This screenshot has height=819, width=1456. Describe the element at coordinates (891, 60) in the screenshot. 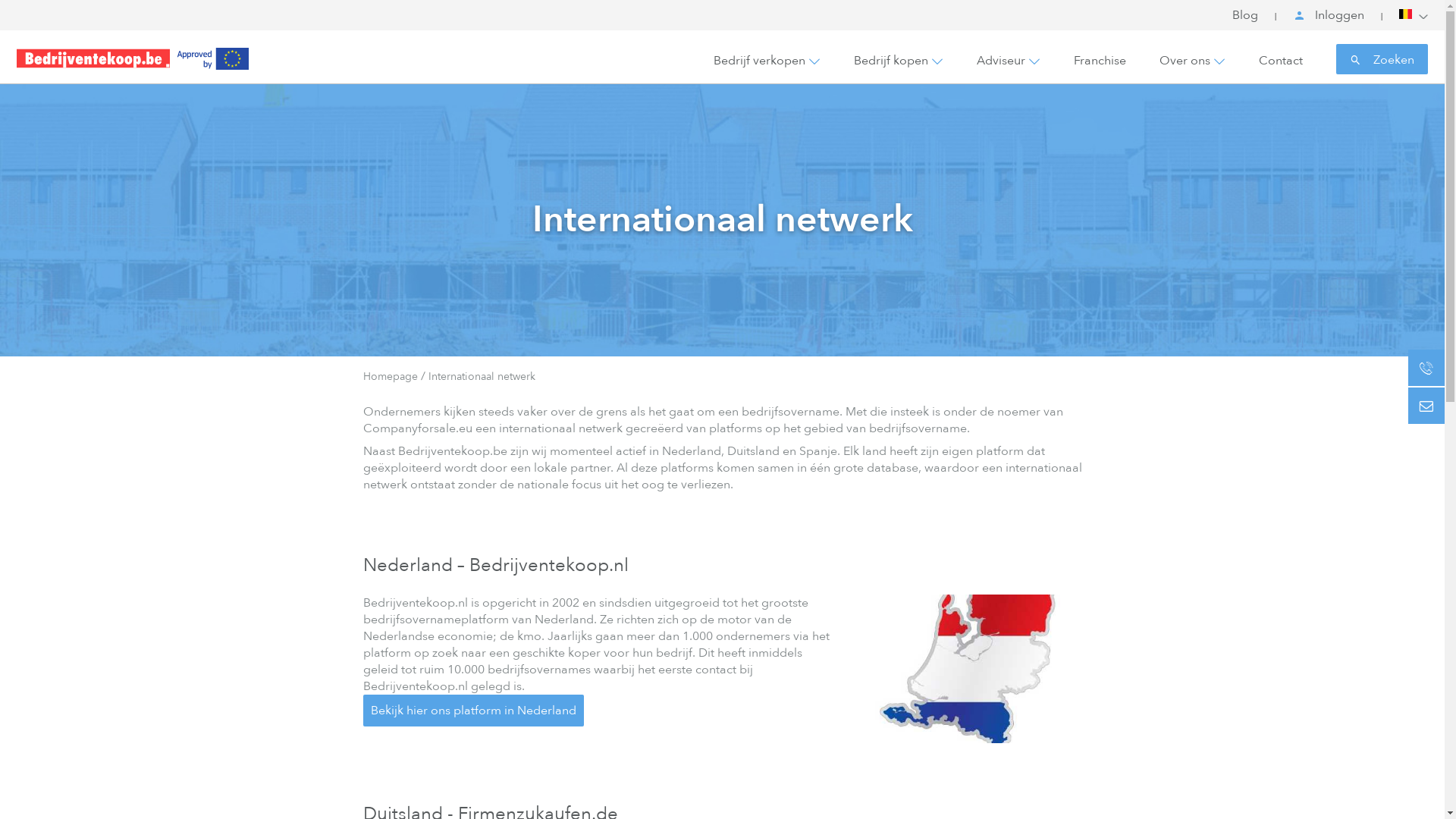

I see `'Bedrijf kopen'` at that location.